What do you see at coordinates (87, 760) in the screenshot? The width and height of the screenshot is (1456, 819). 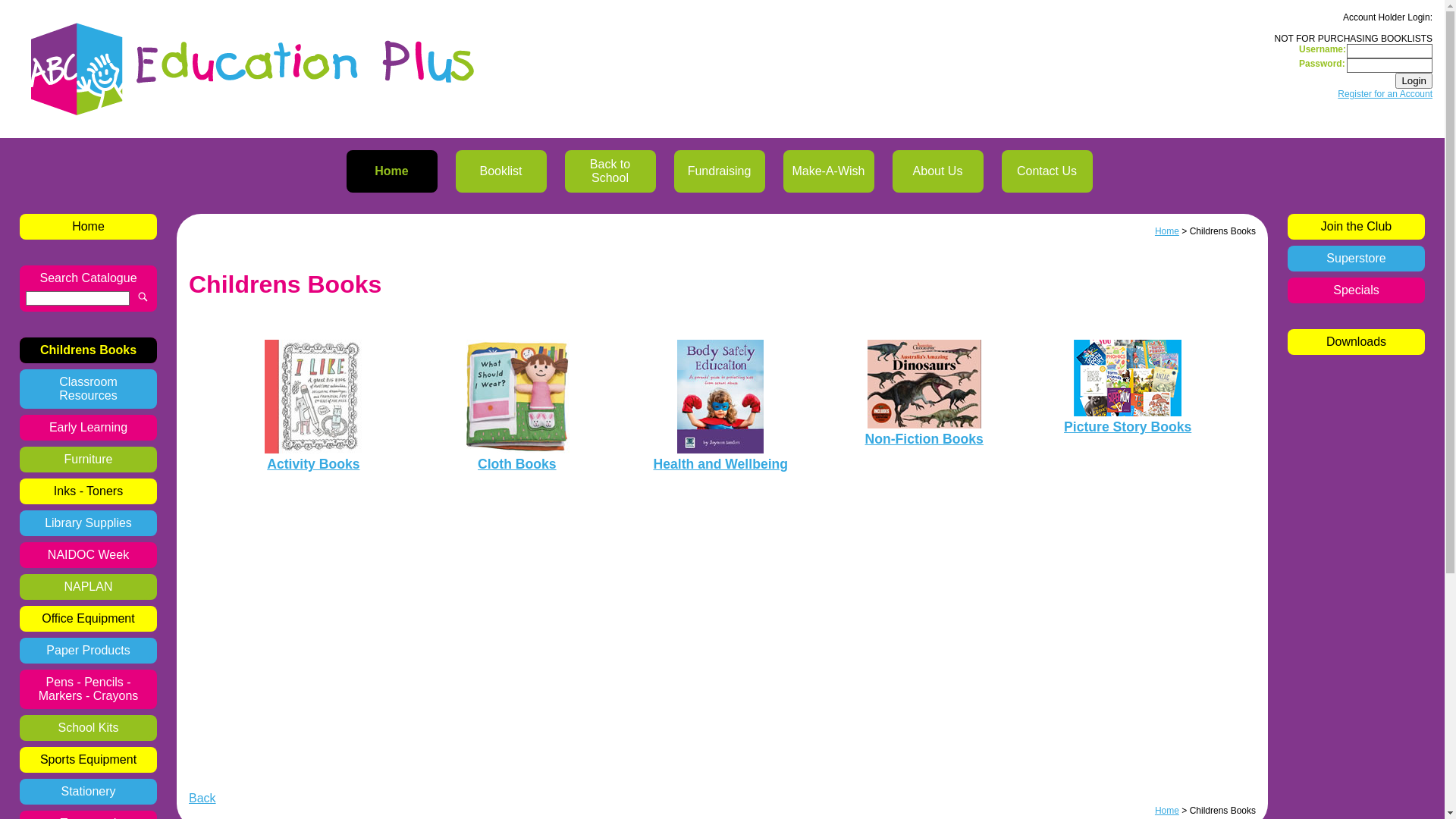 I see `'Sports Equipment'` at bounding box center [87, 760].